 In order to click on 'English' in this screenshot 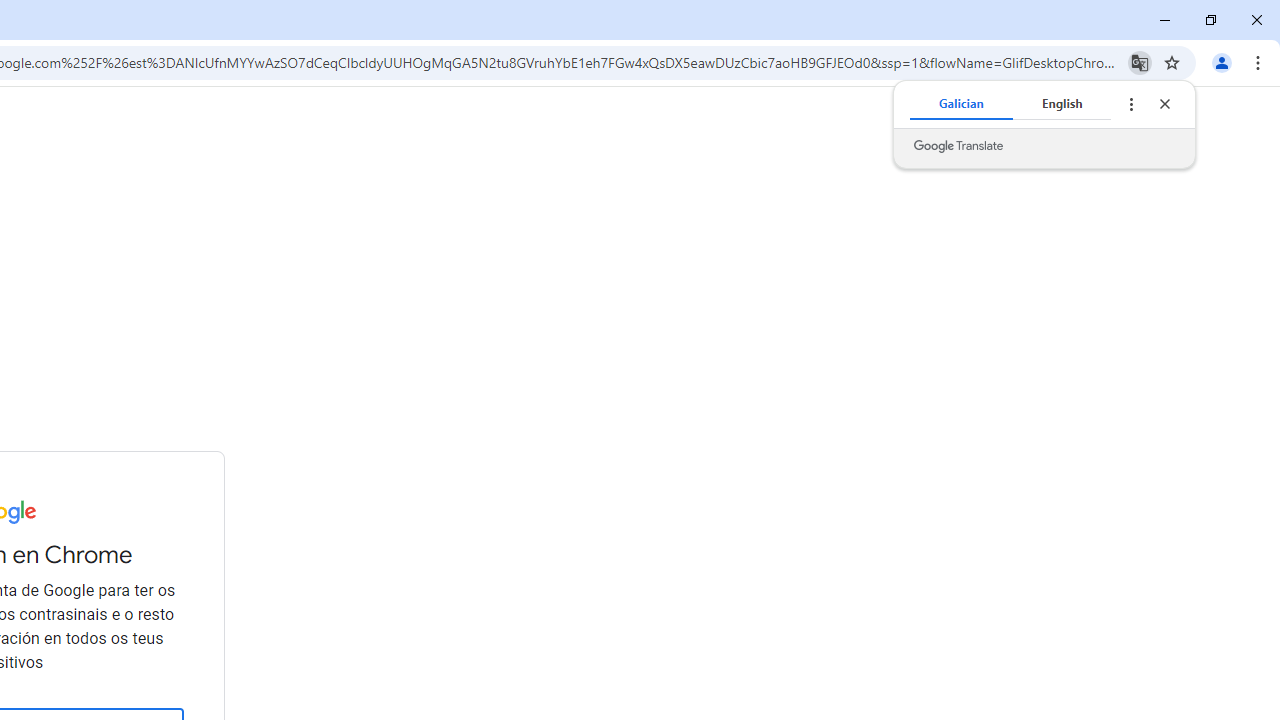, I will do `click(1060, 104)`.